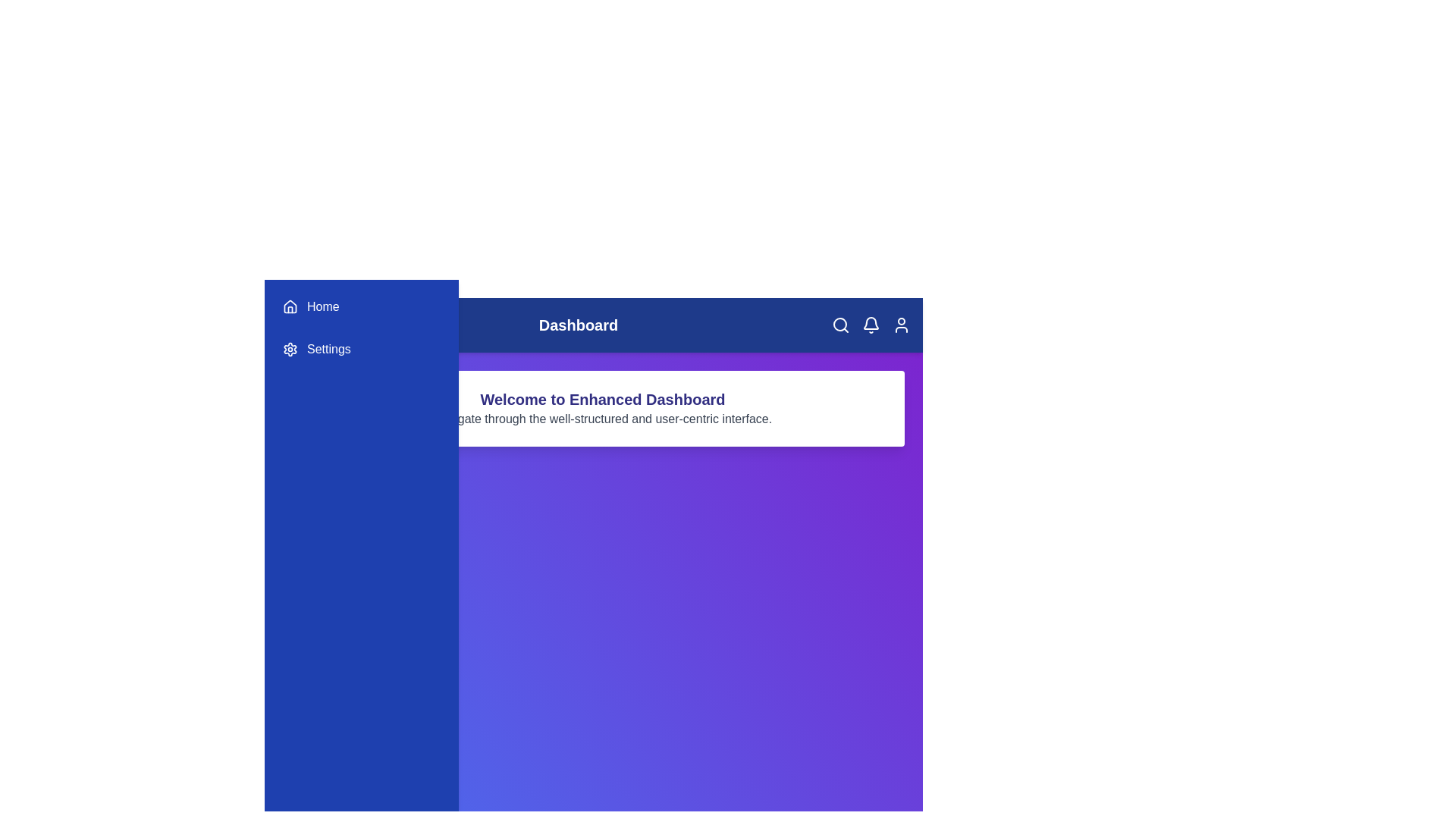 Image resolution: width=1456 pixels, height=819 pixels. What do you see at coordinates (322, 307) in the screenshot?
I see `the 'Home' menu item in the sidebar to navigate to the 'Home' section` at bounding box center [322, 307].